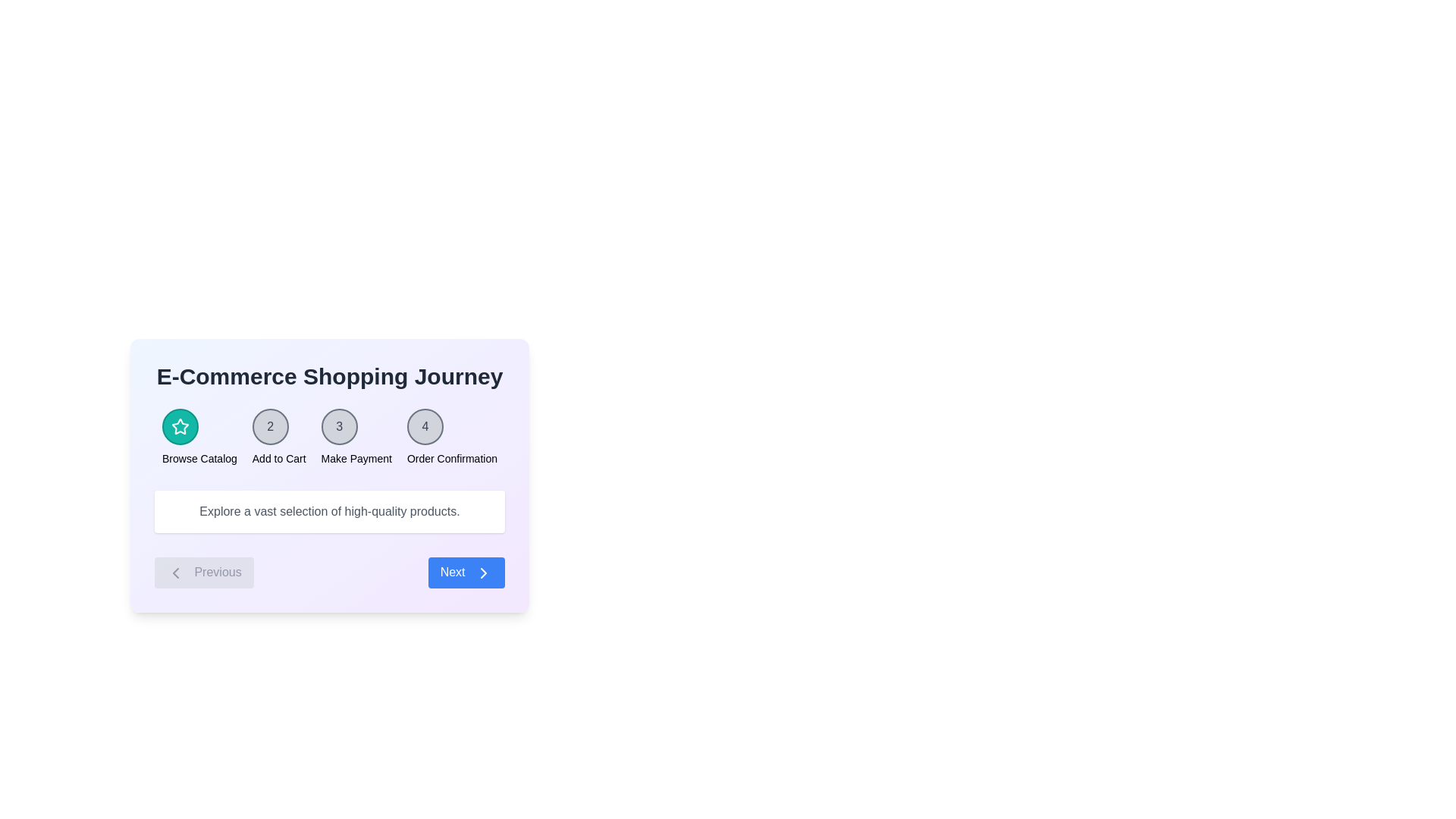 The height and width of the screenshot is (819, 1456). Describe the element at coordinates (451, 438) in the screenshot. I see `the fourth progress indicator labeled 'Order Confirmation'` at that location.